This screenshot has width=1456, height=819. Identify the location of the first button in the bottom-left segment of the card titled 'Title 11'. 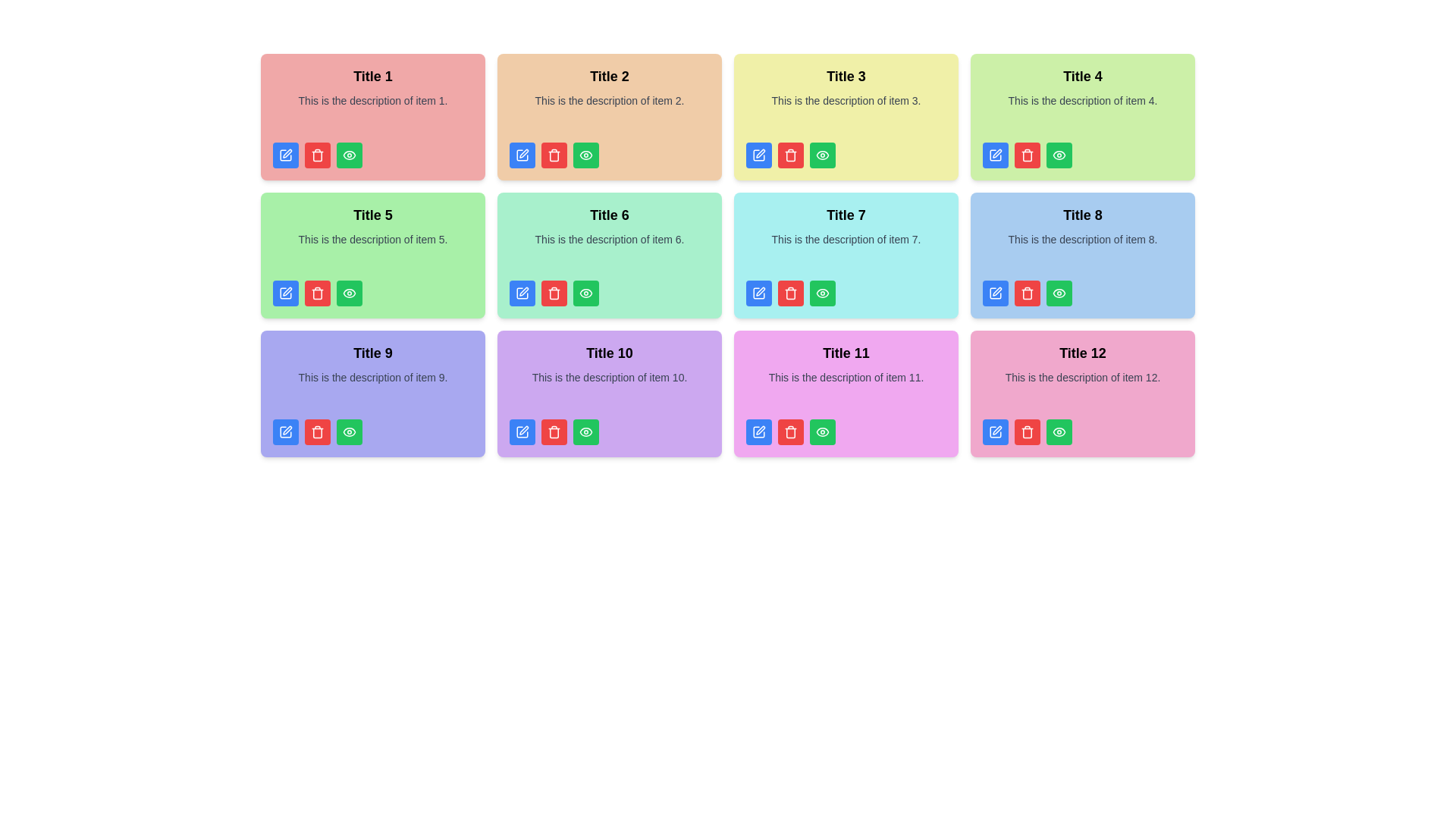
(759, 431).